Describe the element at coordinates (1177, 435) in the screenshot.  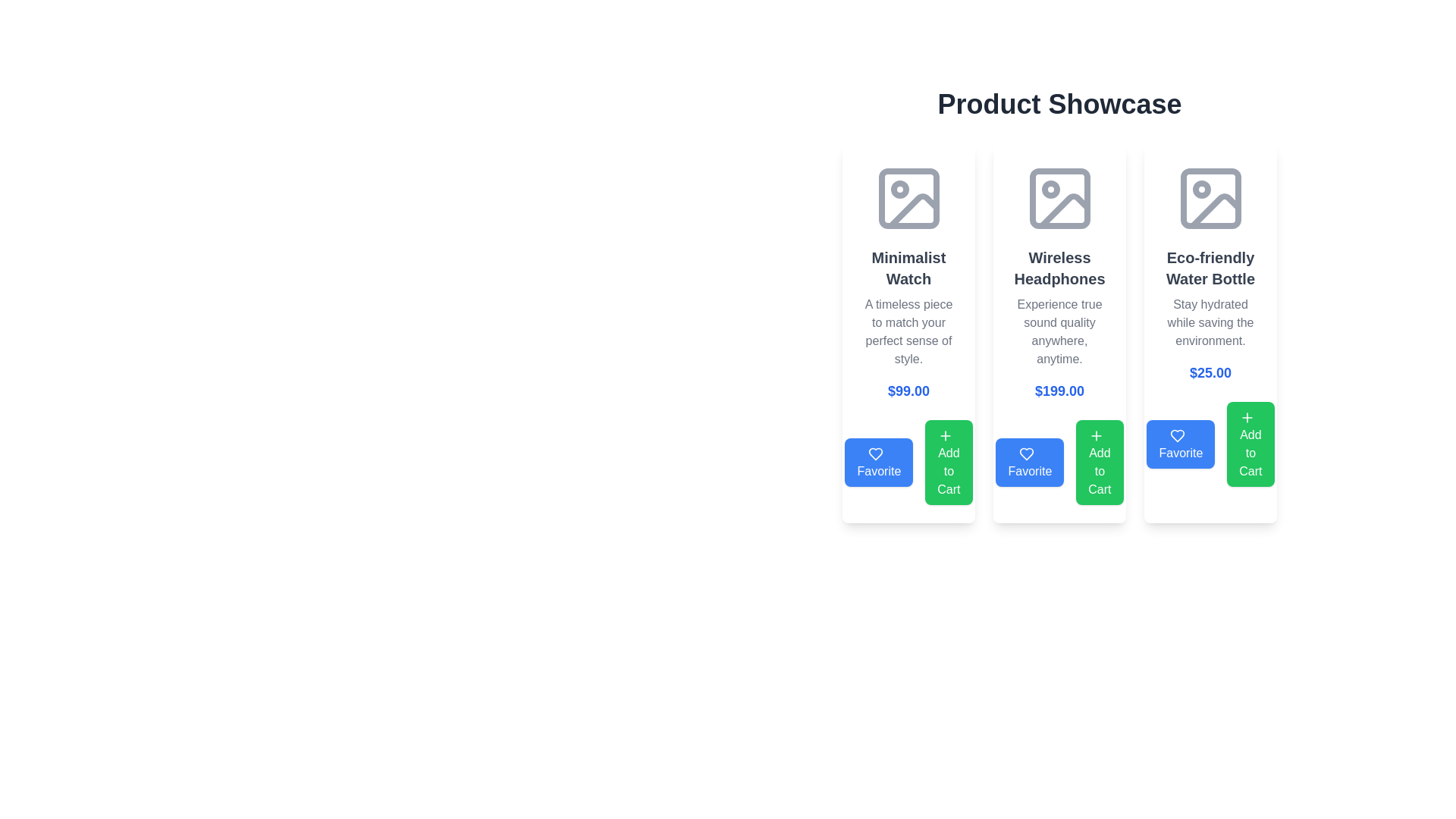
I see `the heart-shaped icon within the blue 'Favorite' button located at the bottom left of the third product card for the 'Eco-friendly Water Bottle'` at that location.